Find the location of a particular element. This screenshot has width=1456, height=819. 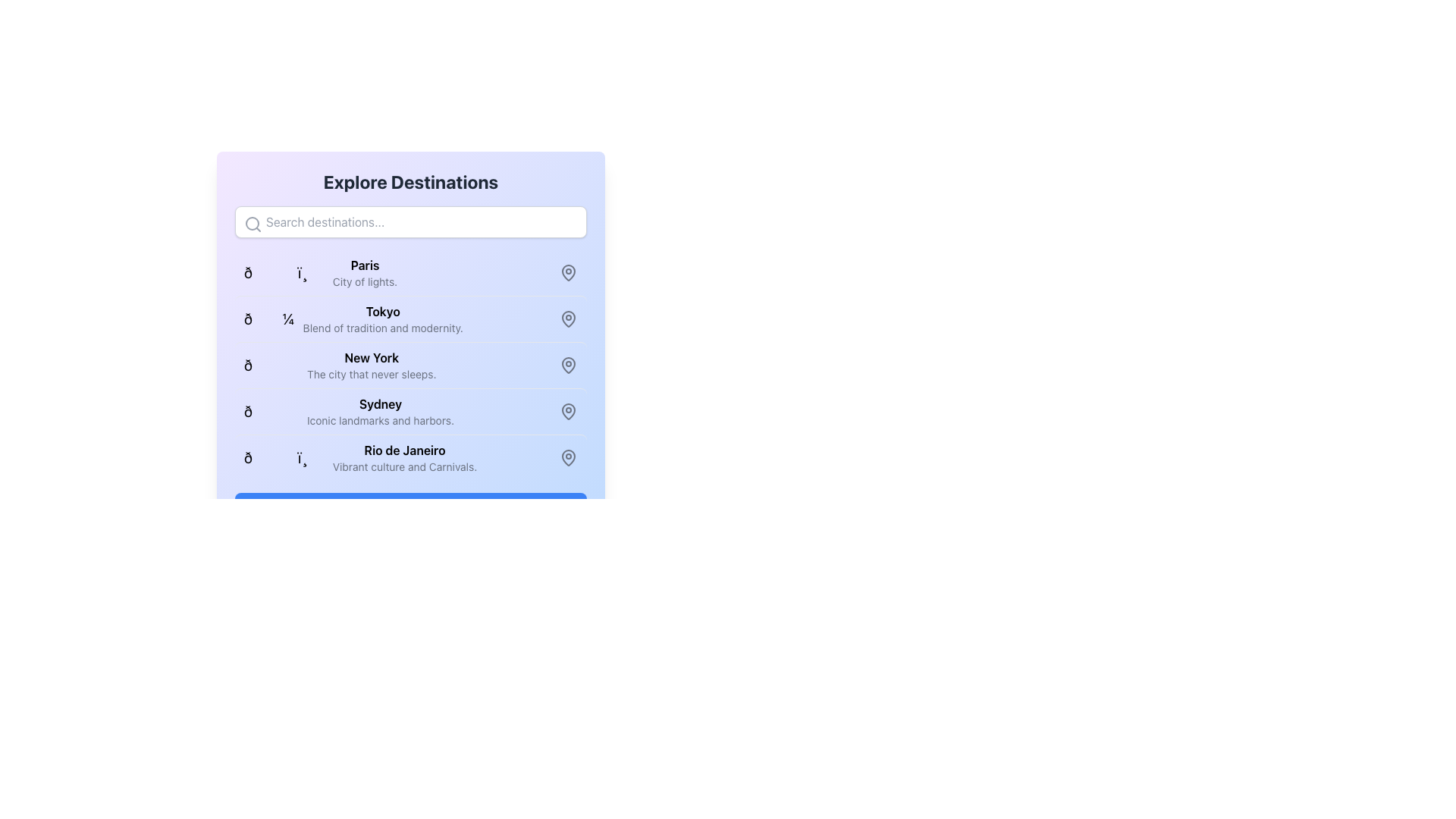

the List Item representing the city of Paris in the destination list is located at coordinates (320, 271).